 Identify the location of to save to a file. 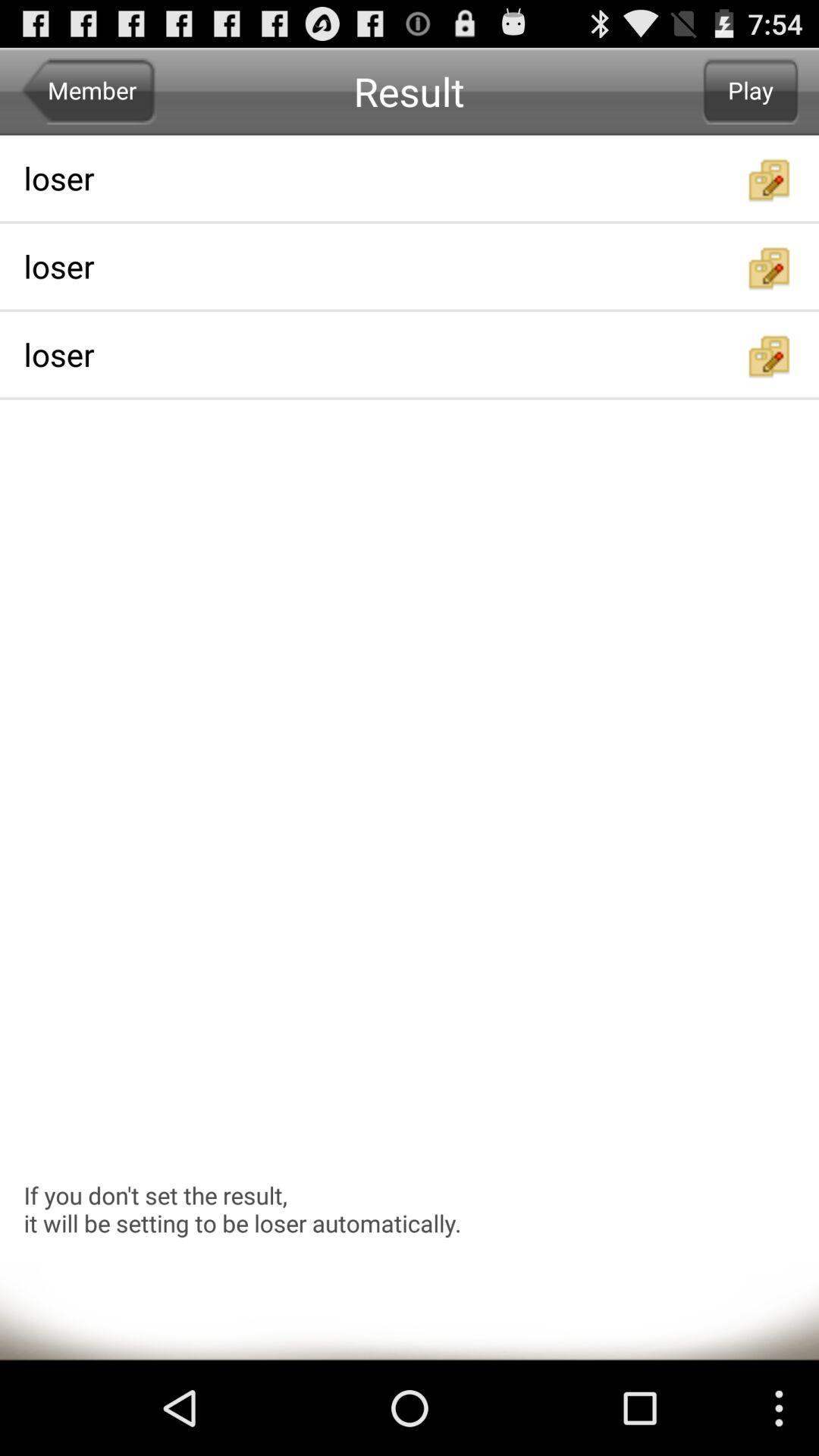
(770, 268).